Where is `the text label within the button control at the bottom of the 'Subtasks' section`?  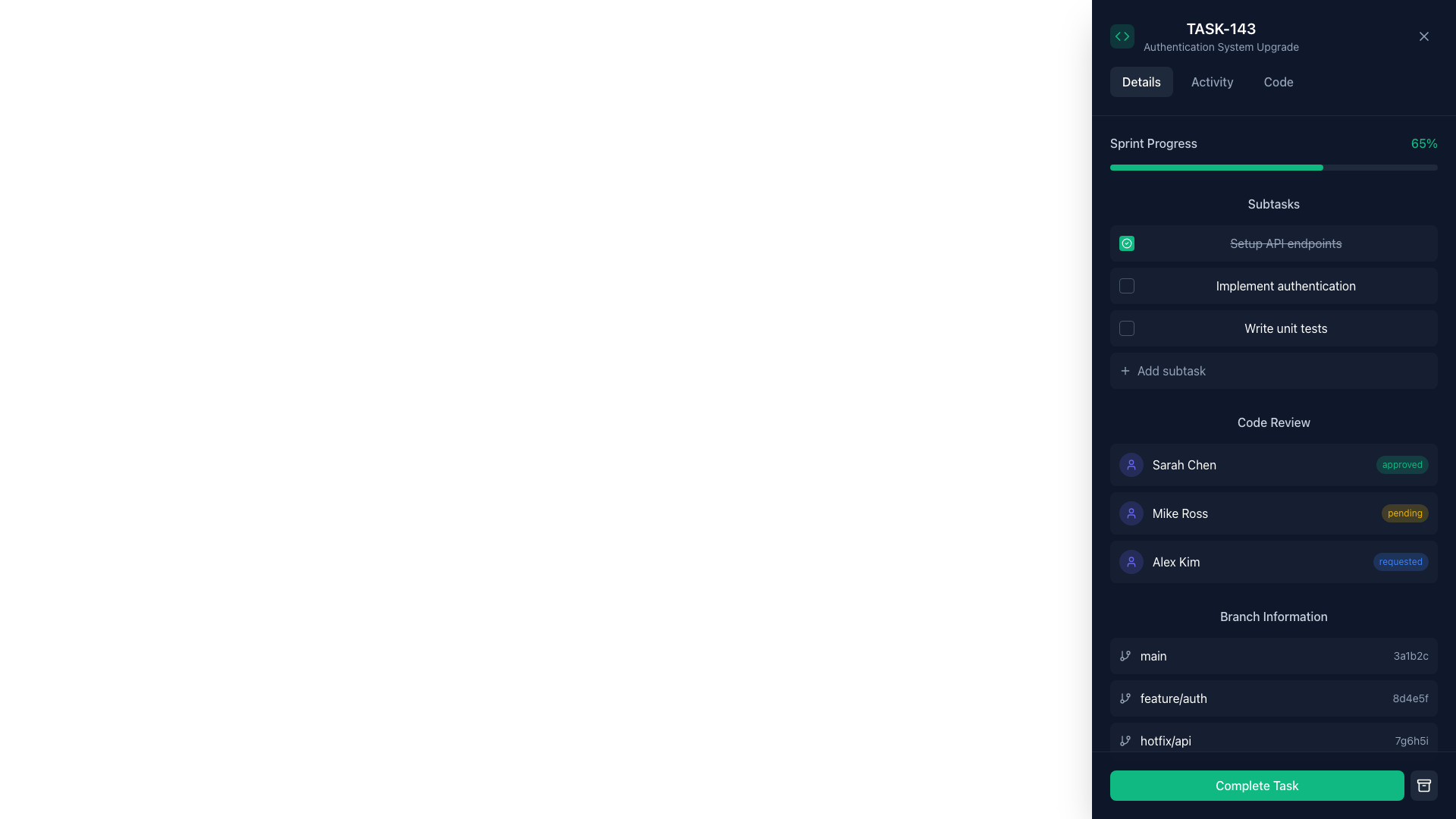 the text label within the button control at the bottom of the 'Subtasks' section is located at coordinates (1171, 371).